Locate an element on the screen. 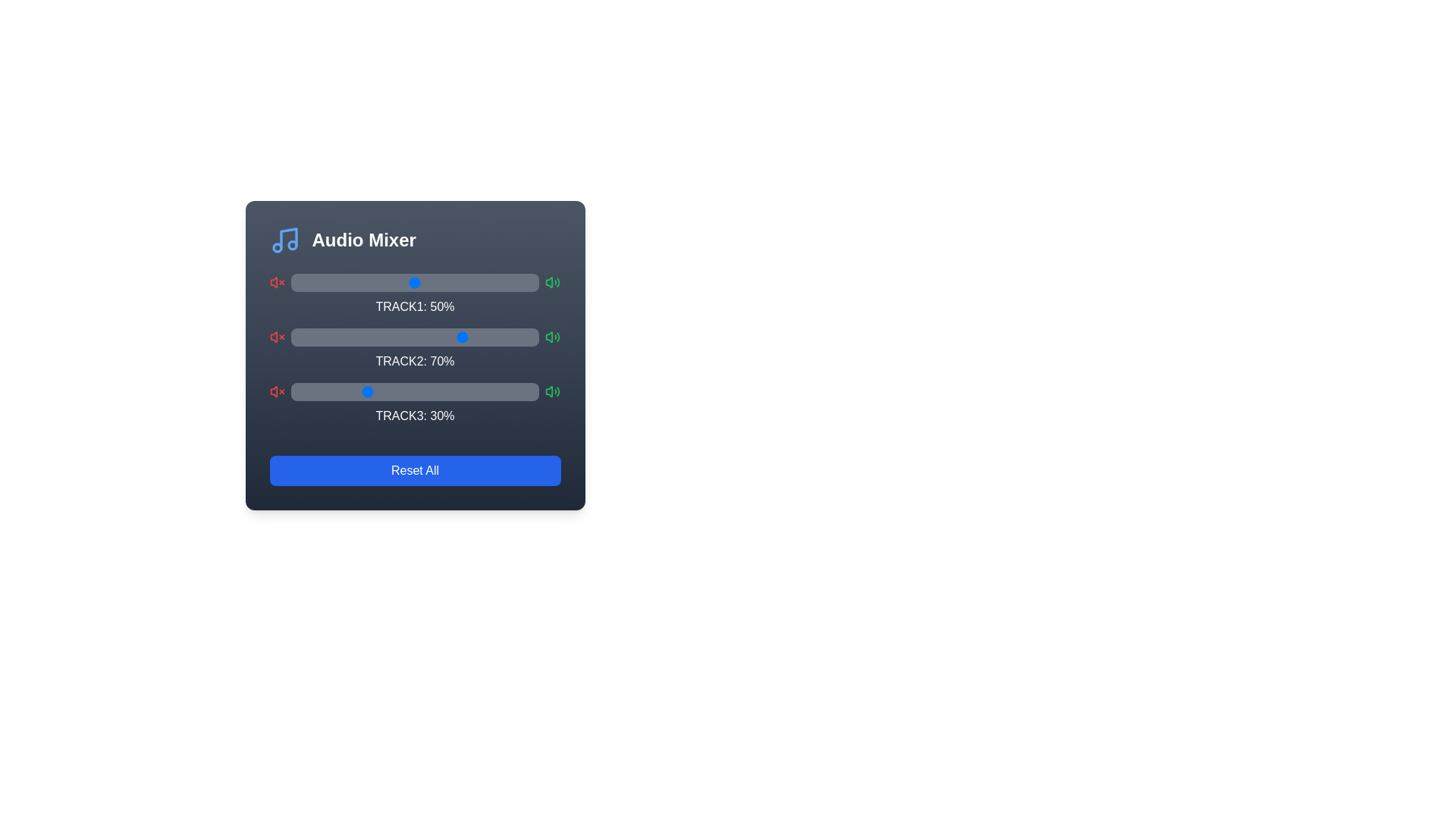  the loud icon for Track 1 is located at coordinates (552, 283).